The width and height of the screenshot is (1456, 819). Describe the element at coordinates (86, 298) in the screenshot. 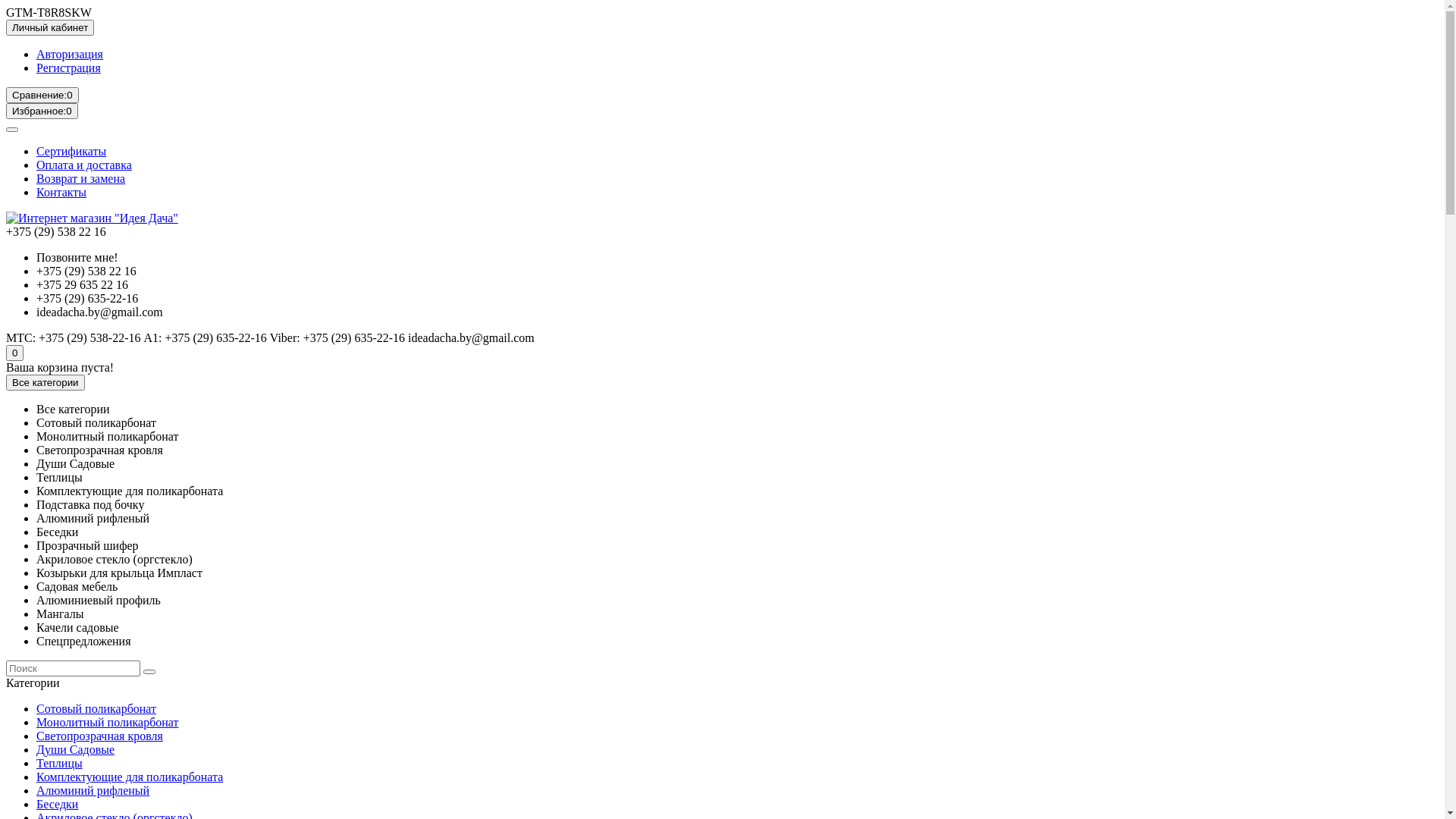

I see `'+375 (29) 635-22-16'` at that location.